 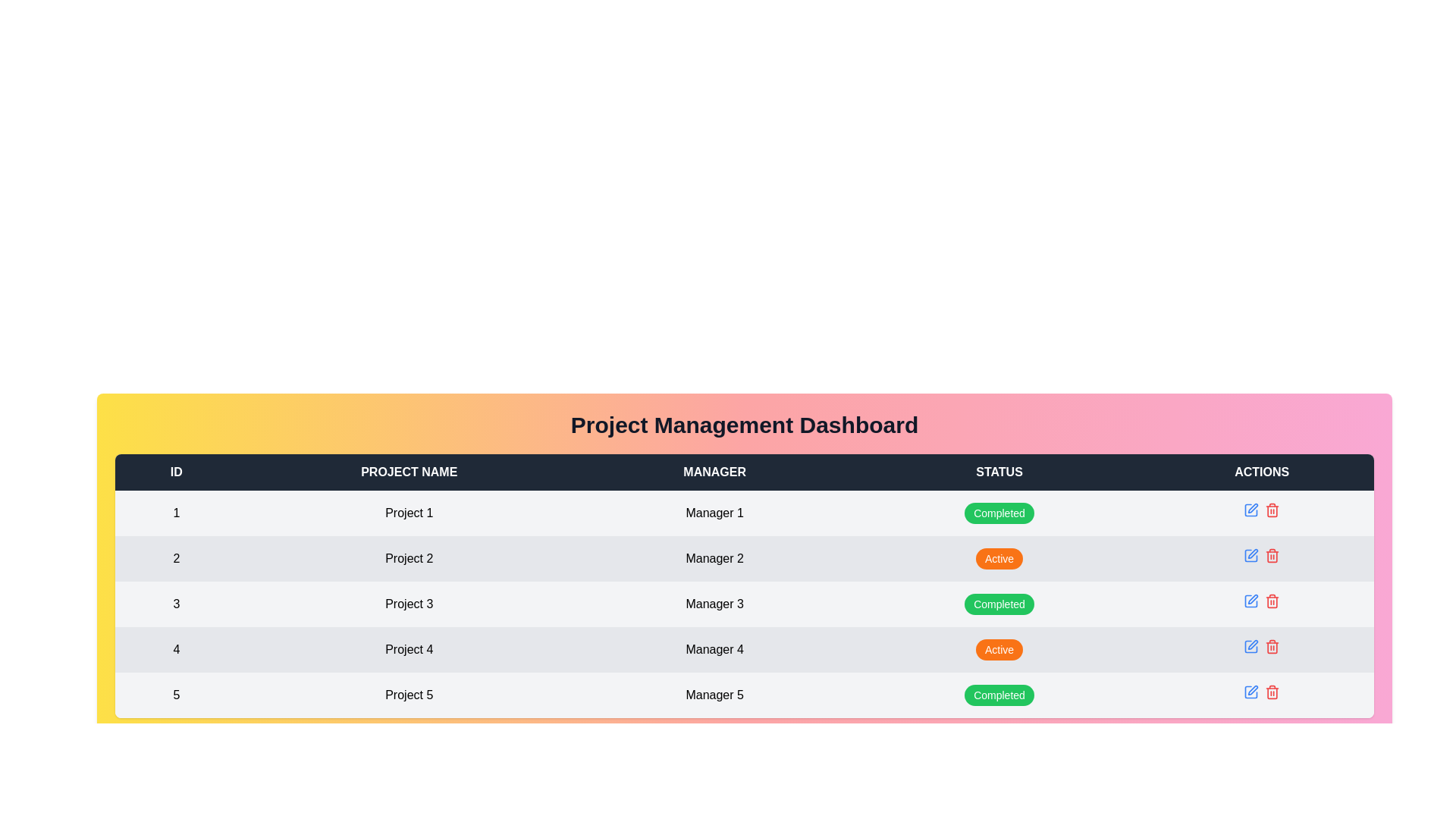 What do you see at coordinates (999, 513) in the screenshot?
I see `visually distinct 'Completed' Status pill, characterized by its bright green color and white text, located in the first row of the 'Status' column for 'Project 1'` at bounding box center [999, 513].